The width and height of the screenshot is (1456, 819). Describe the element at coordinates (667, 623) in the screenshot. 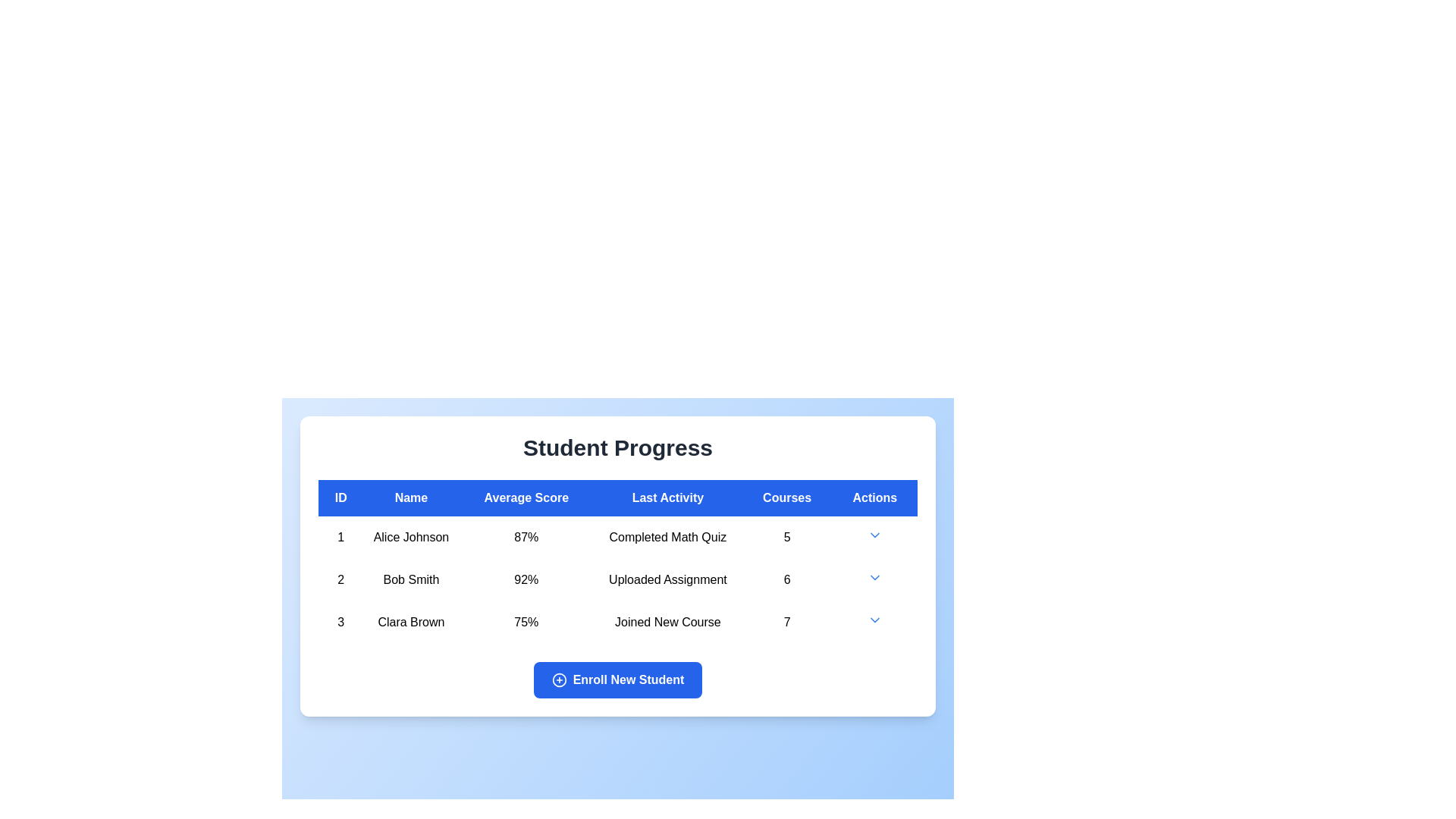

I see `the text label displaying 'Joined New Course' in the third row under the 'Last Activity' column associated with Clara Brown` at that location.